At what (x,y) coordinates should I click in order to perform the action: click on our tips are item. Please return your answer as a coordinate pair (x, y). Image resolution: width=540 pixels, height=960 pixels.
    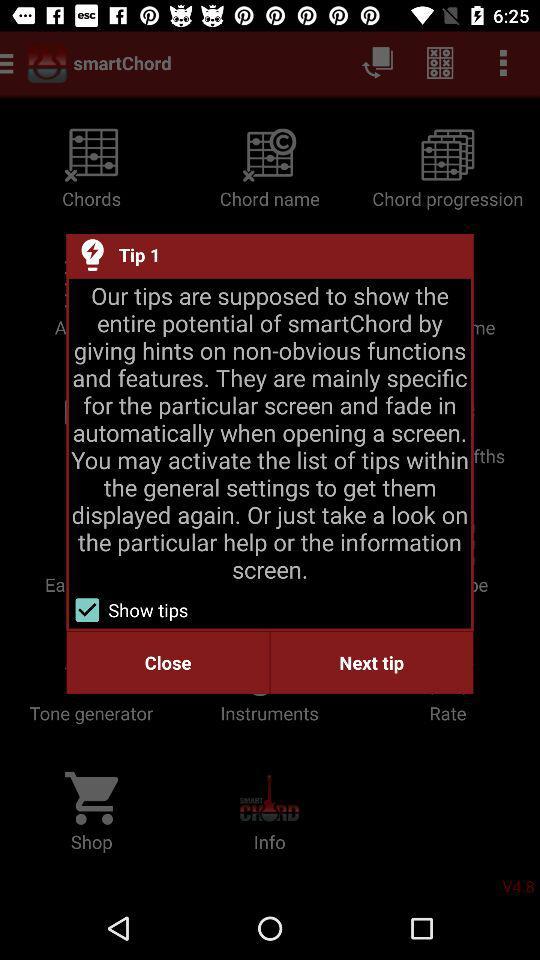
    Looking at the image, I should click on (270, 432).